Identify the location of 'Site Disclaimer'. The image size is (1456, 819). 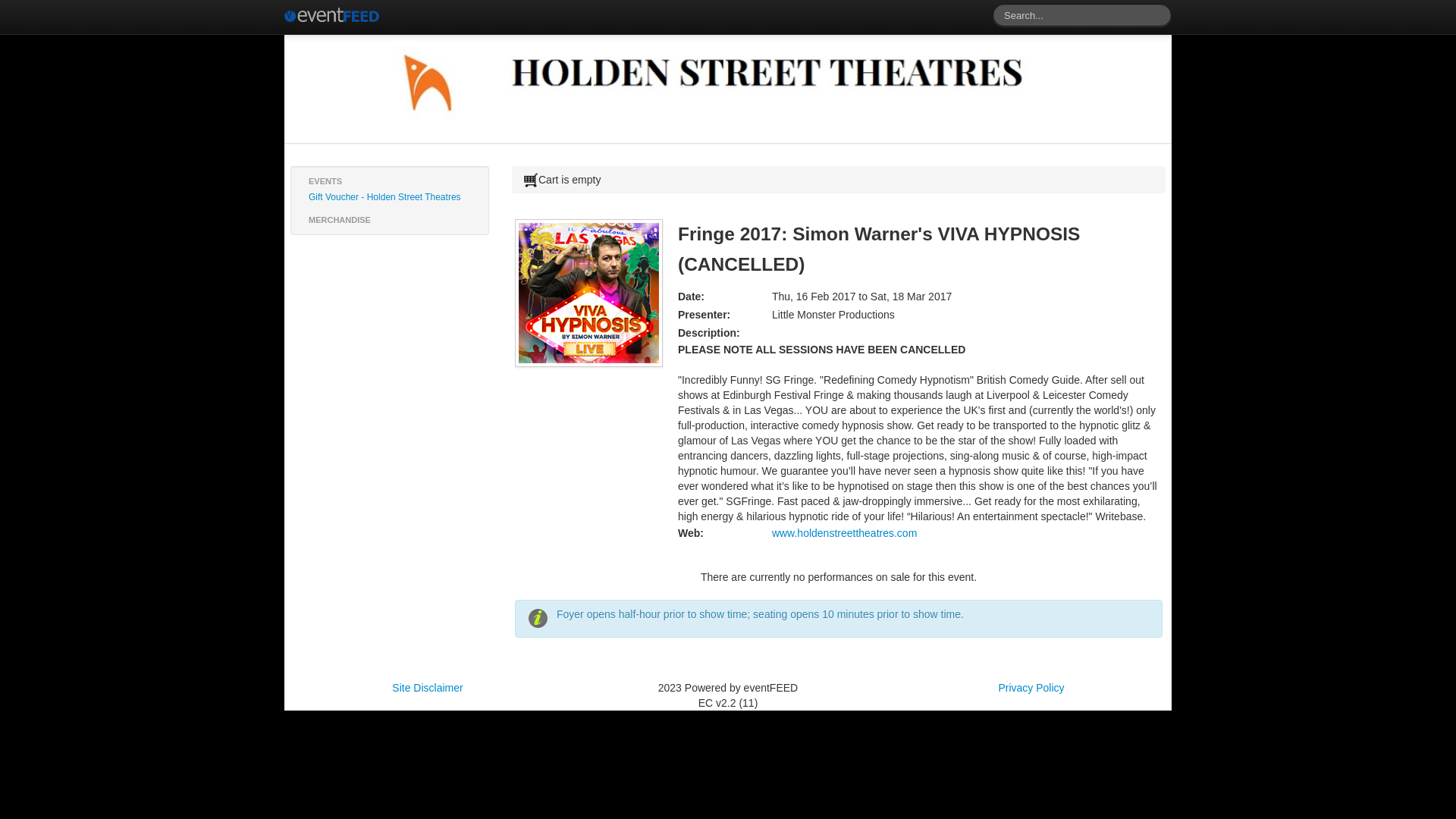
(426, 687).